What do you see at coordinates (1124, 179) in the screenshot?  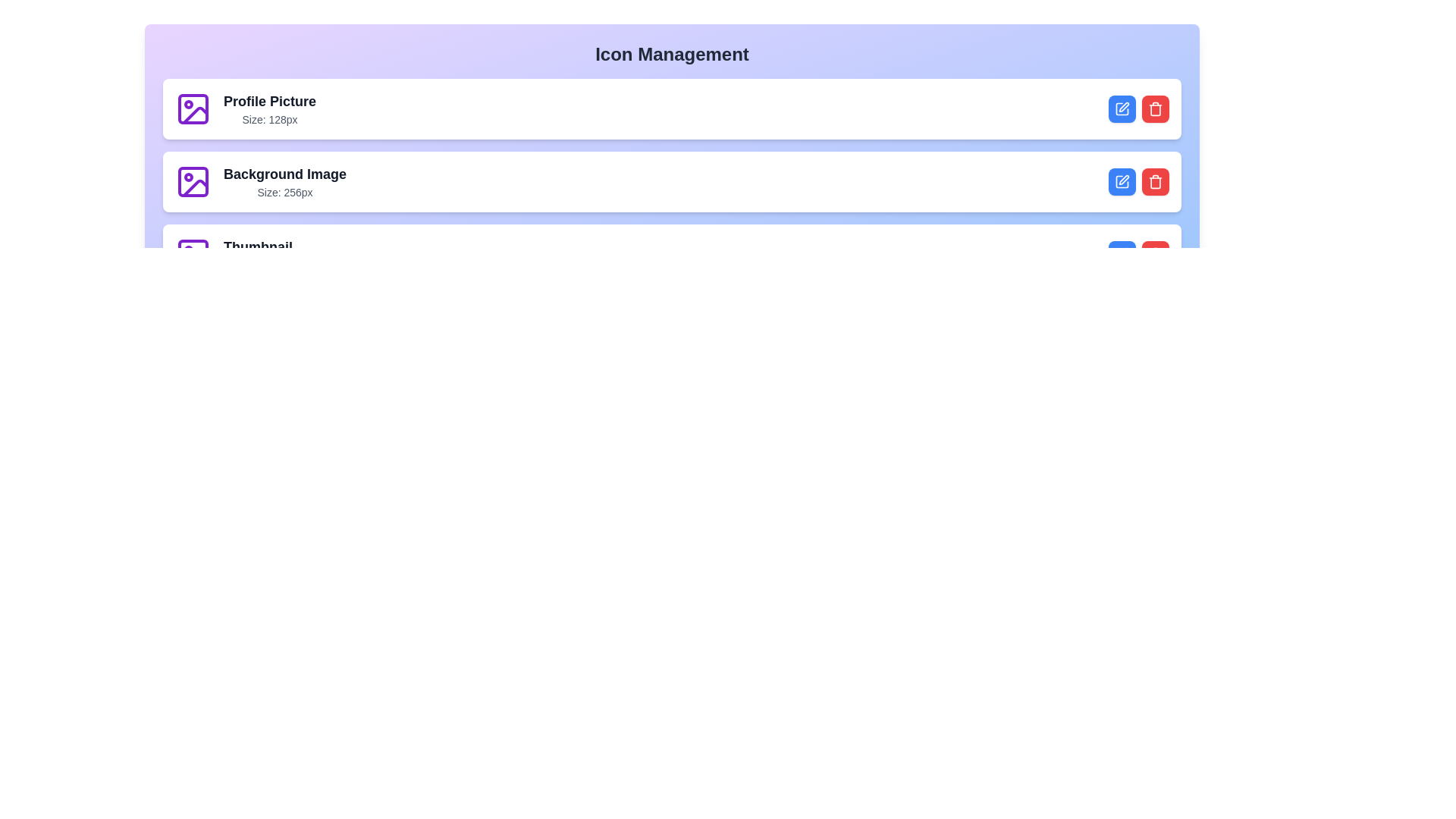 I see `the icon button resembling a pen or writing instrument, which is the secondary icon in a compact set of controls on the right side of an item in a list` at bounding box center [1124, 179].